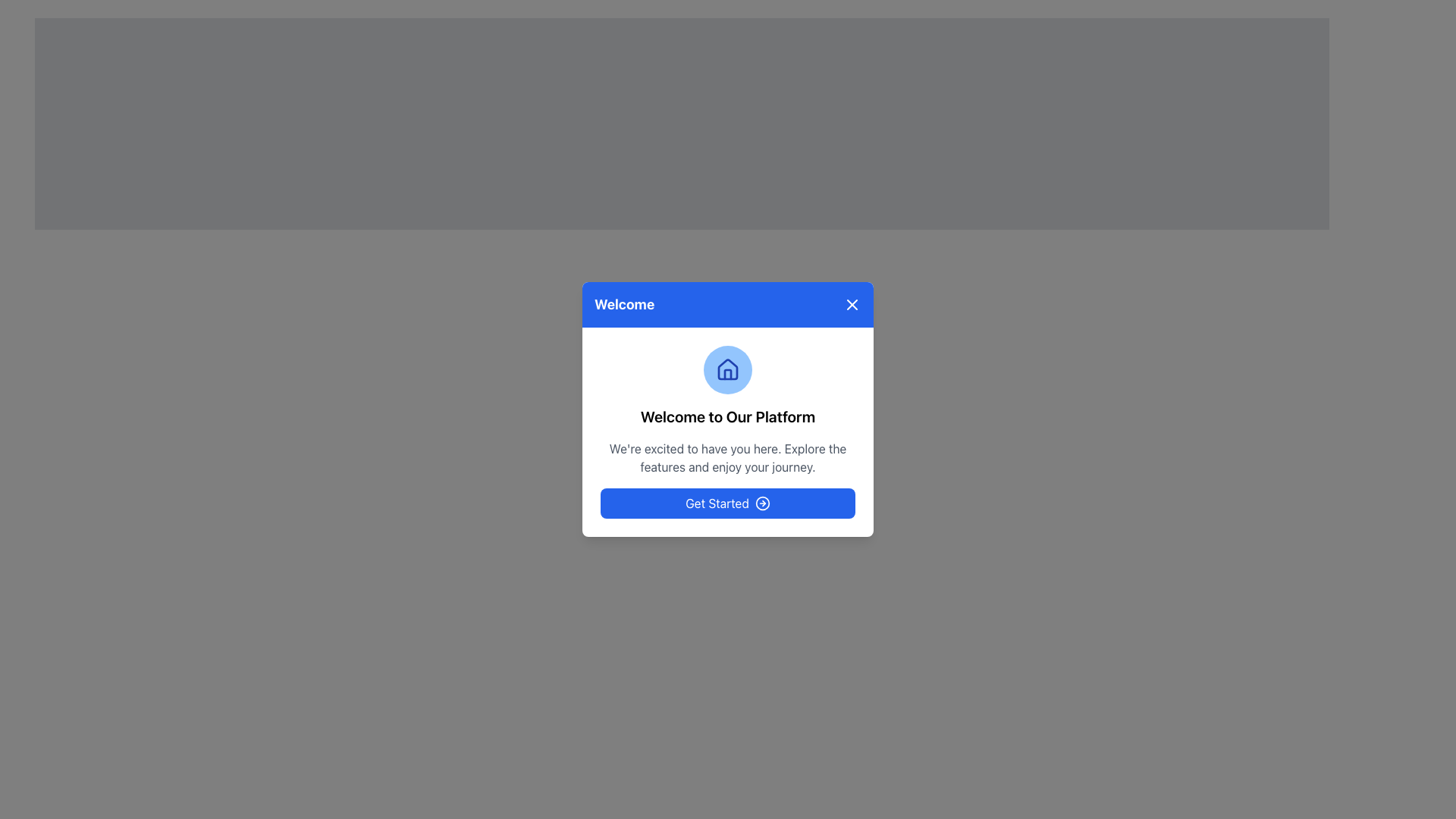  What do you see at coordinates (728, 374) in the screenshot?
I see `the blue house-shaped icon in the center of the vertical rectangle, which is part of an SVG element in the middle of the dialog box` at bounding box center [728, 374].